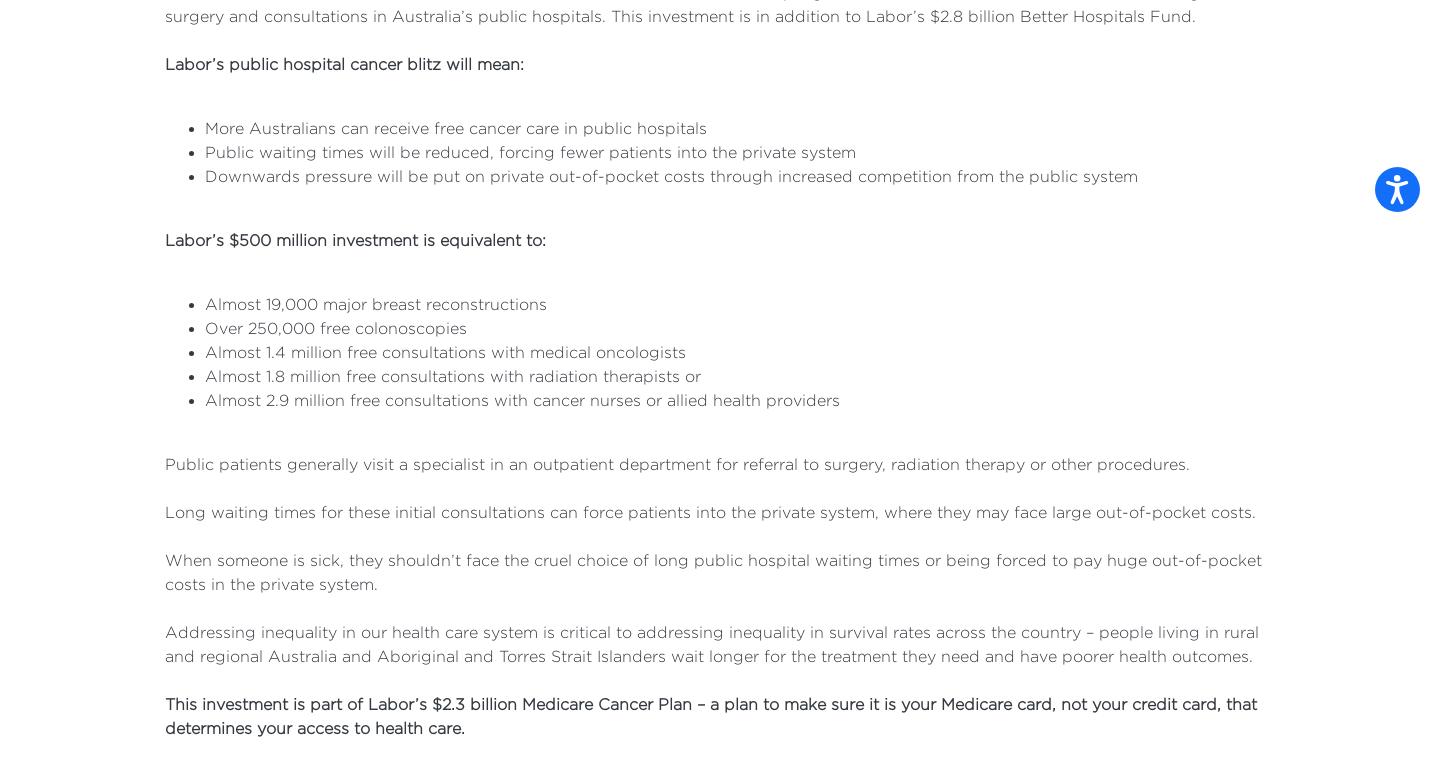  Describe the element at coordinates (344, 63) in the screenshot. I see `'Labor’s public hospital cancer blitz will mean:'` at that location.